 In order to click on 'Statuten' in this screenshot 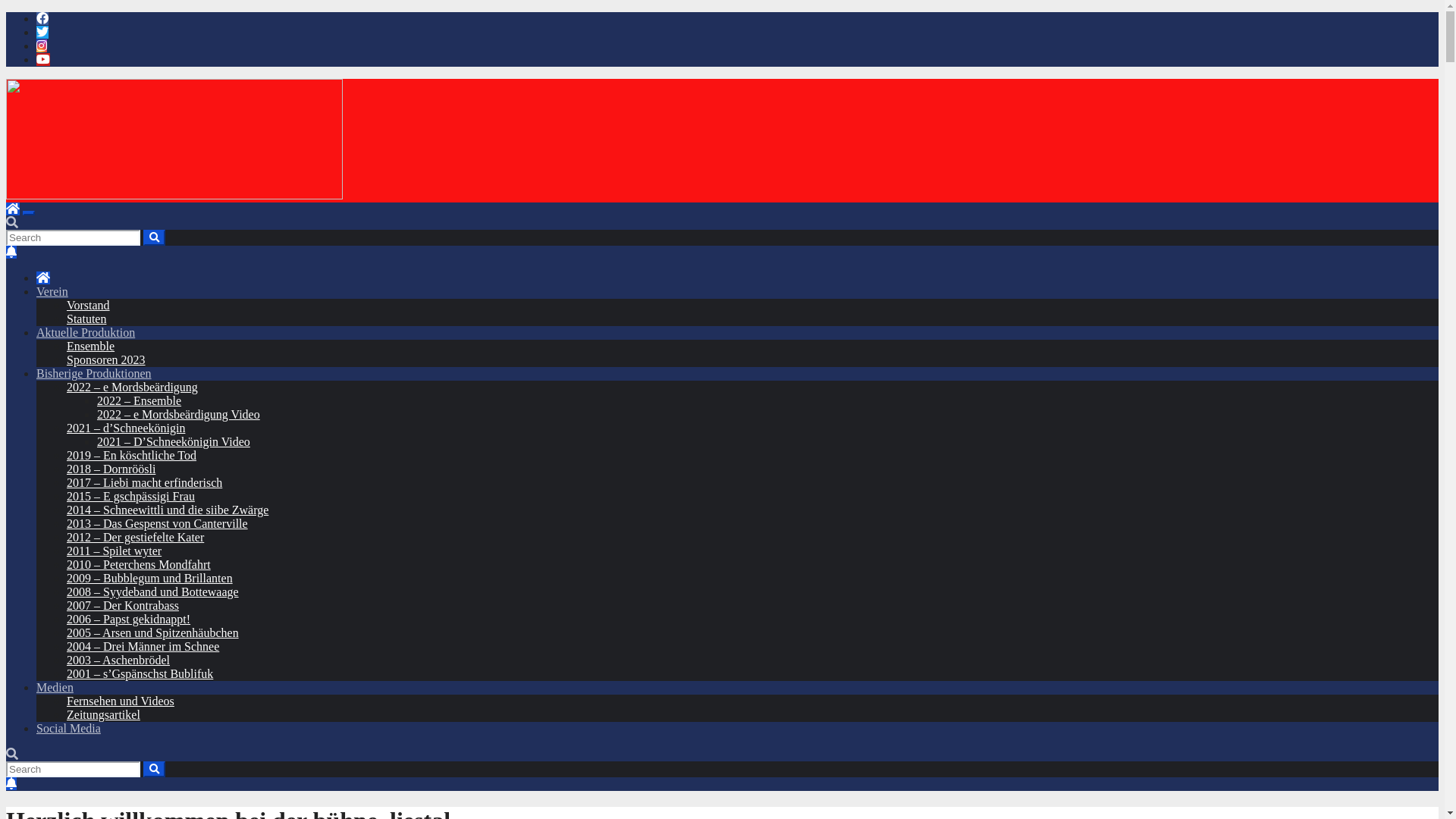, I will do `click(86, 318)`.